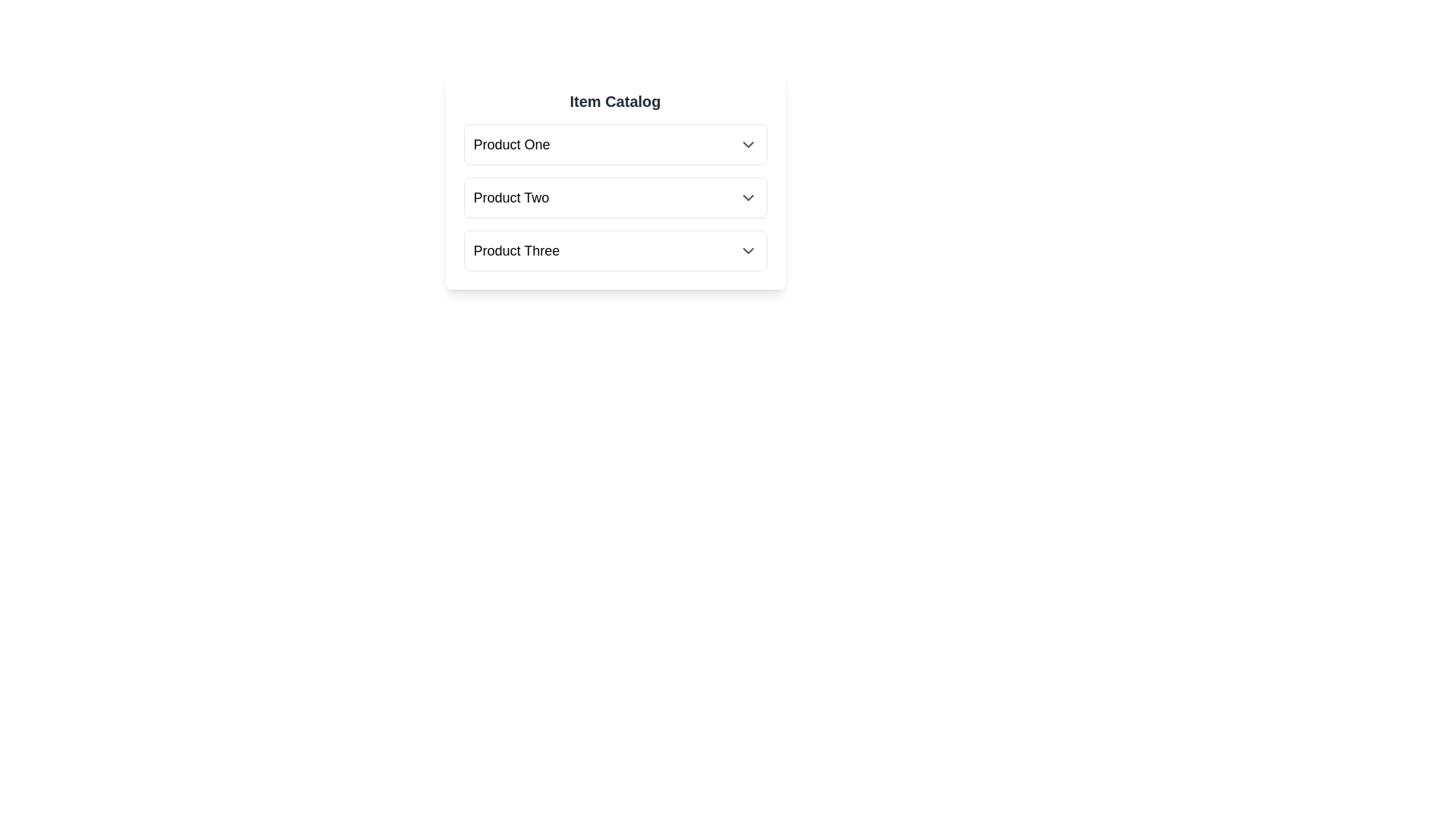 This screenshot has width=1456, height=819. Describe the element at coordinates (510, 197) in the screenshot. I see `the product name Product Two to toggle its selection` at that location.